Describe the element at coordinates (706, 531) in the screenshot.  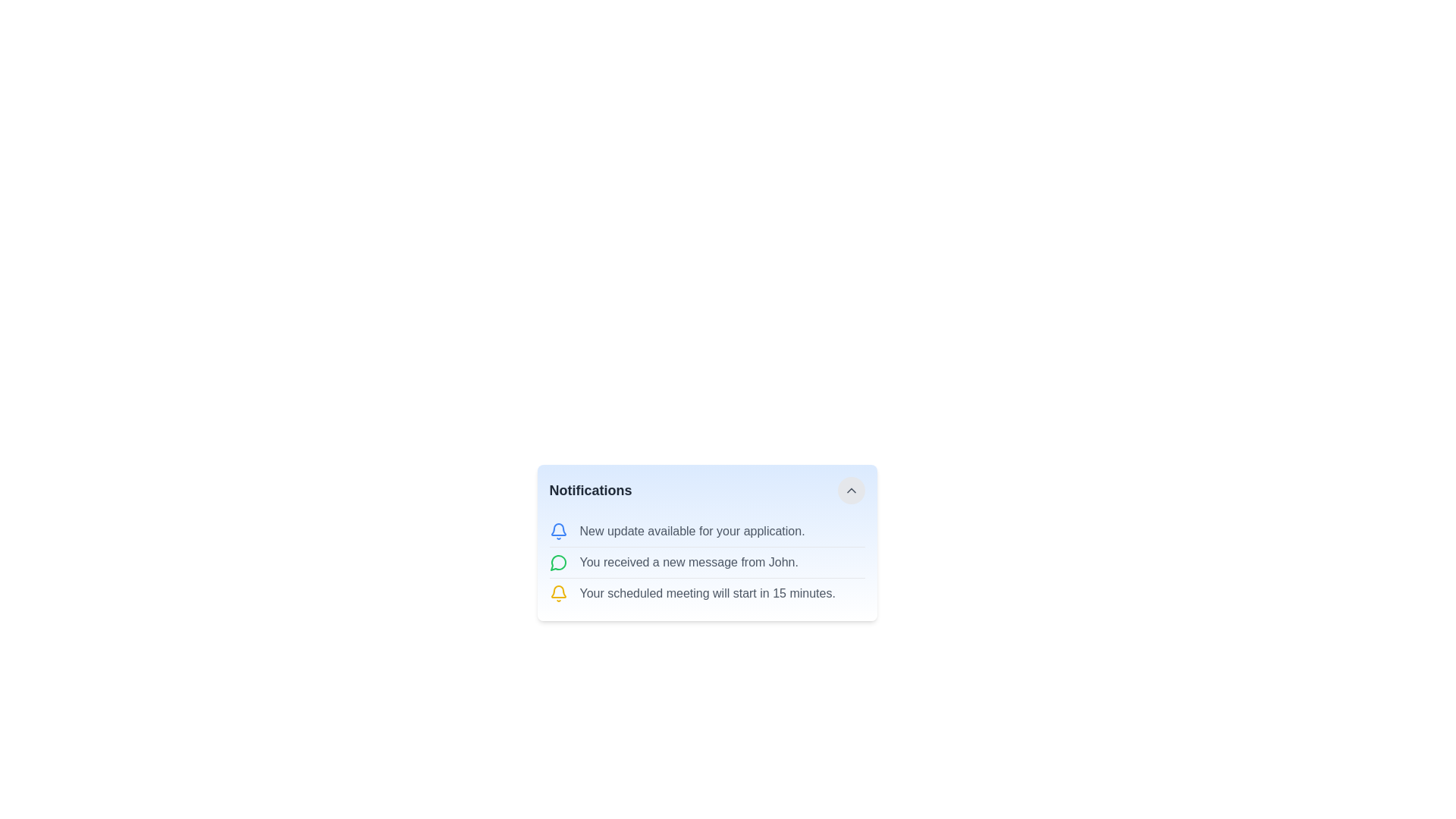
I see `the notification item displaying the text 'New update available for your application.' which is the first item in the notifications list` at that location.